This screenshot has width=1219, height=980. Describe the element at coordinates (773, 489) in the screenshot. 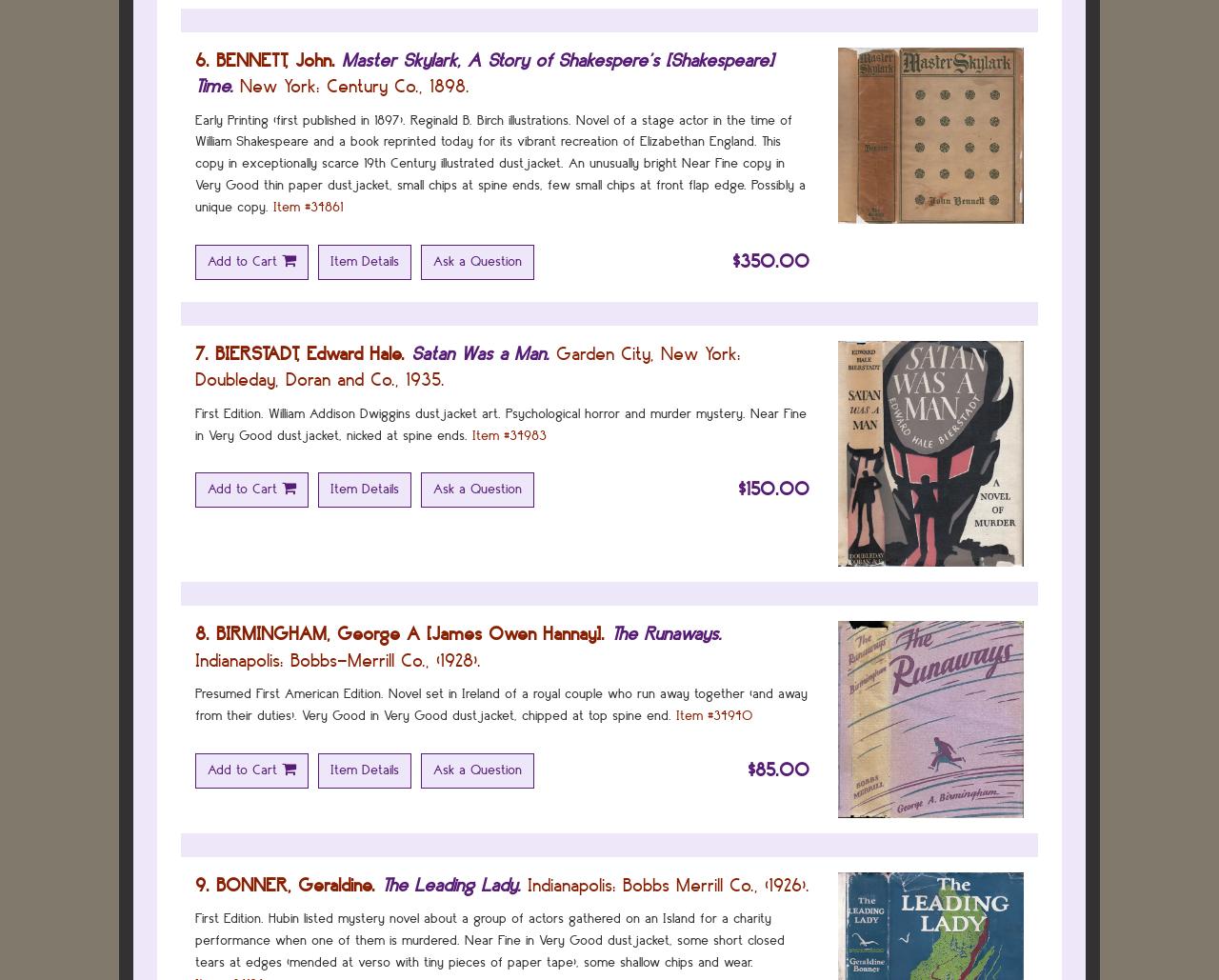

I see `'$150.00'` at that location.